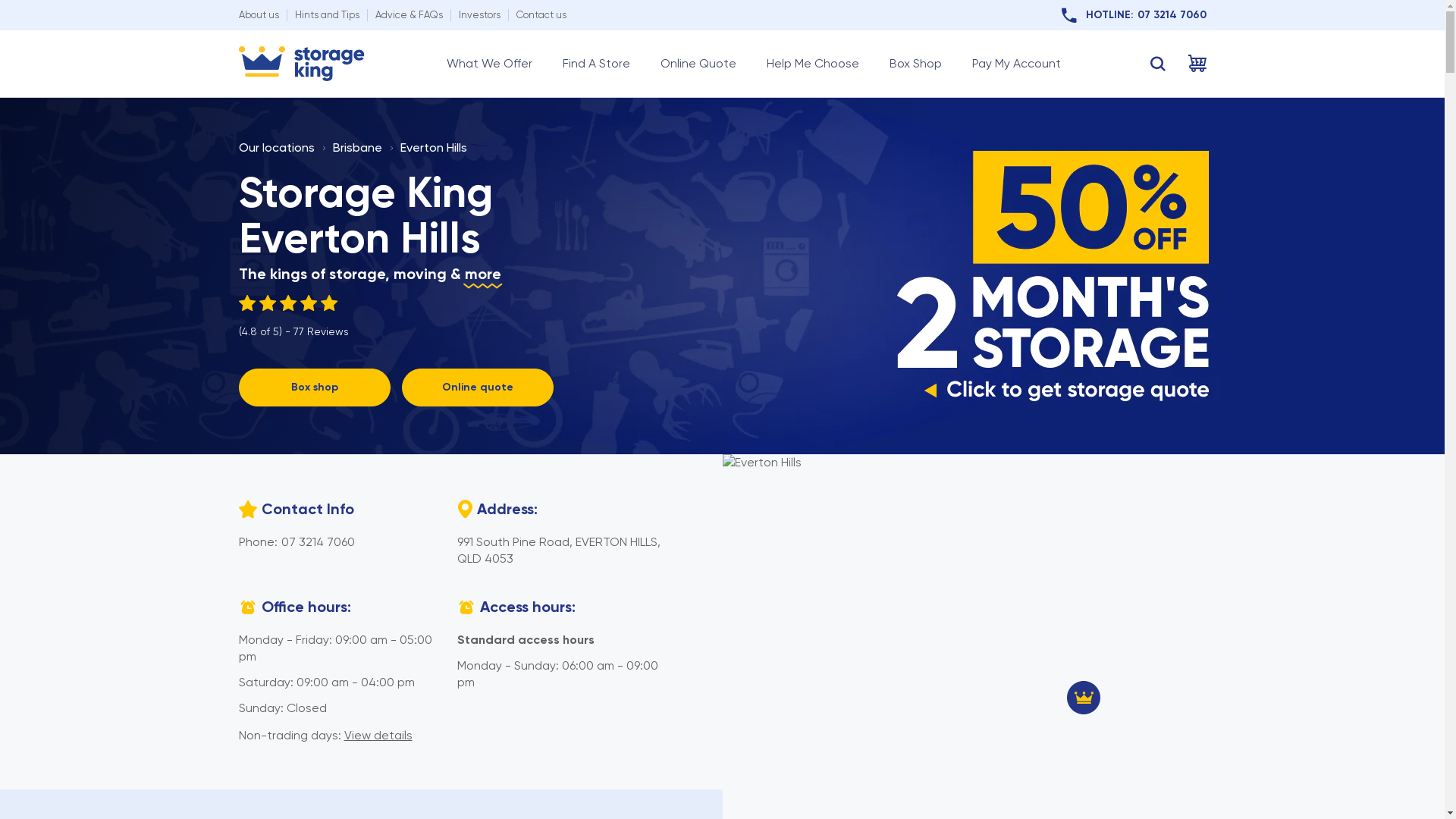 This screenshot has height=819, width=1456. I want to click on 'View details', so click(344, 734).